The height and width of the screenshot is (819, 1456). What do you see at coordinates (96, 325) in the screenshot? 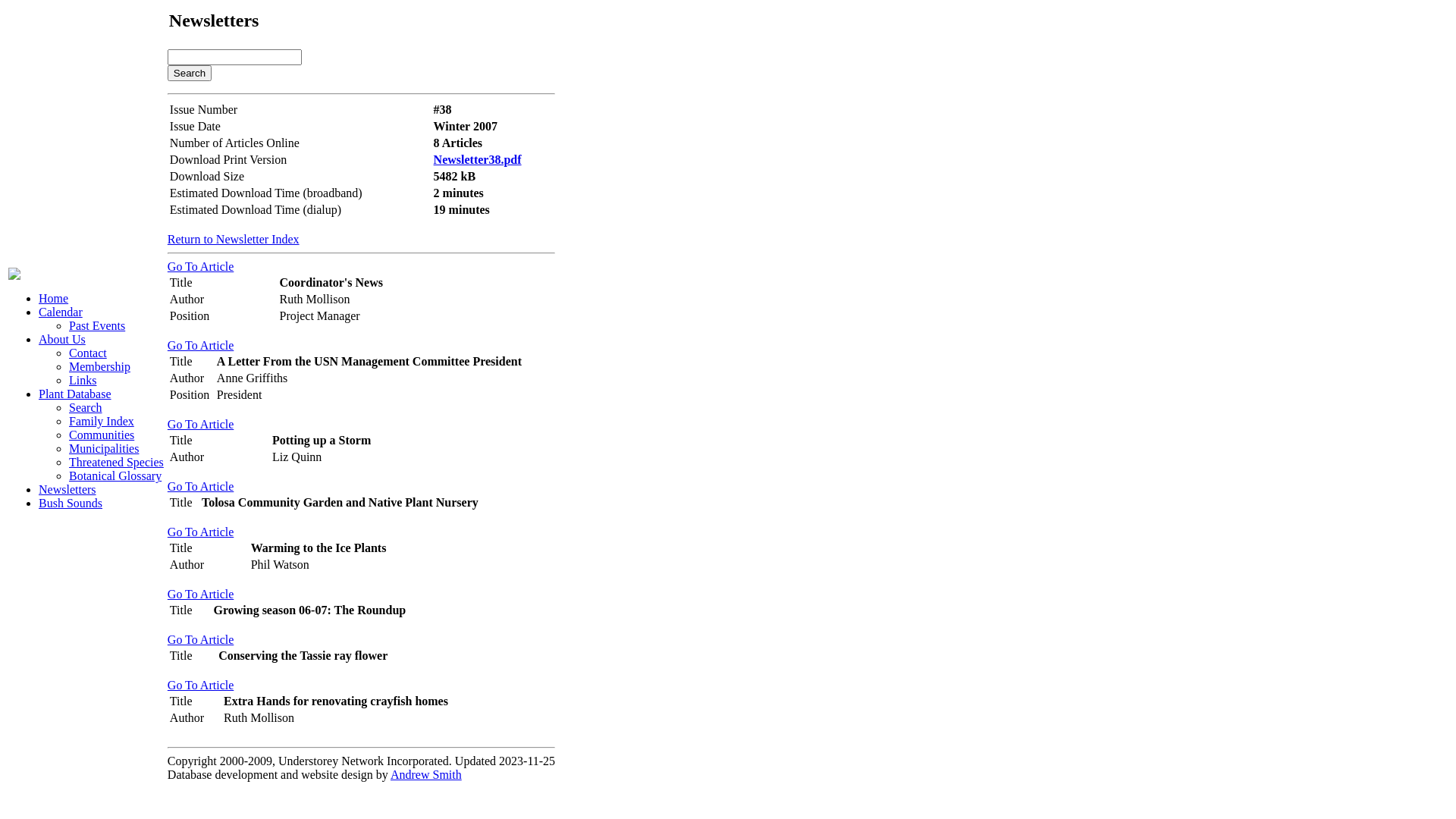
I see `'Past Events'` at bounding box center [96, 325].